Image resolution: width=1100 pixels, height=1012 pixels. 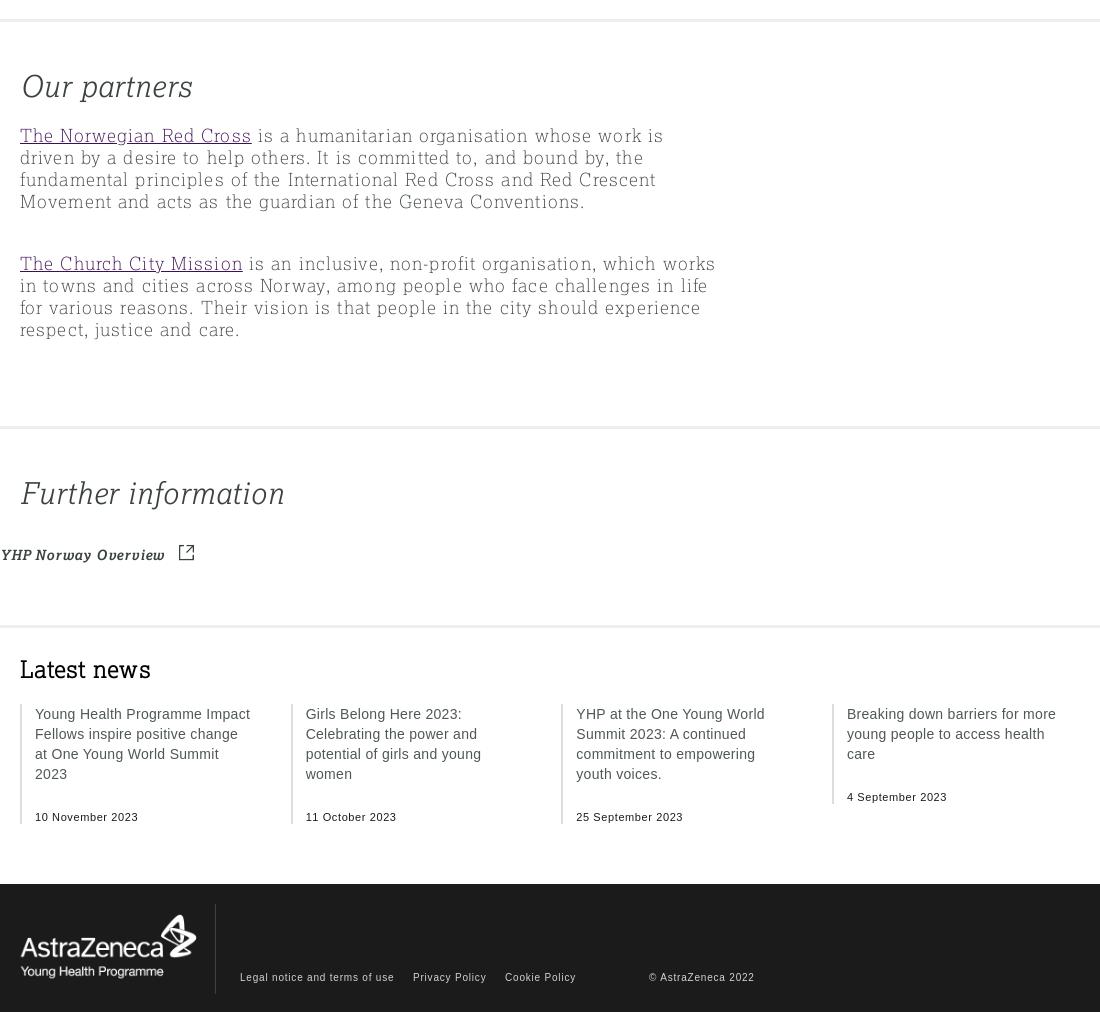 I want to click on '10 November 2023', so click(x=86, y=814).